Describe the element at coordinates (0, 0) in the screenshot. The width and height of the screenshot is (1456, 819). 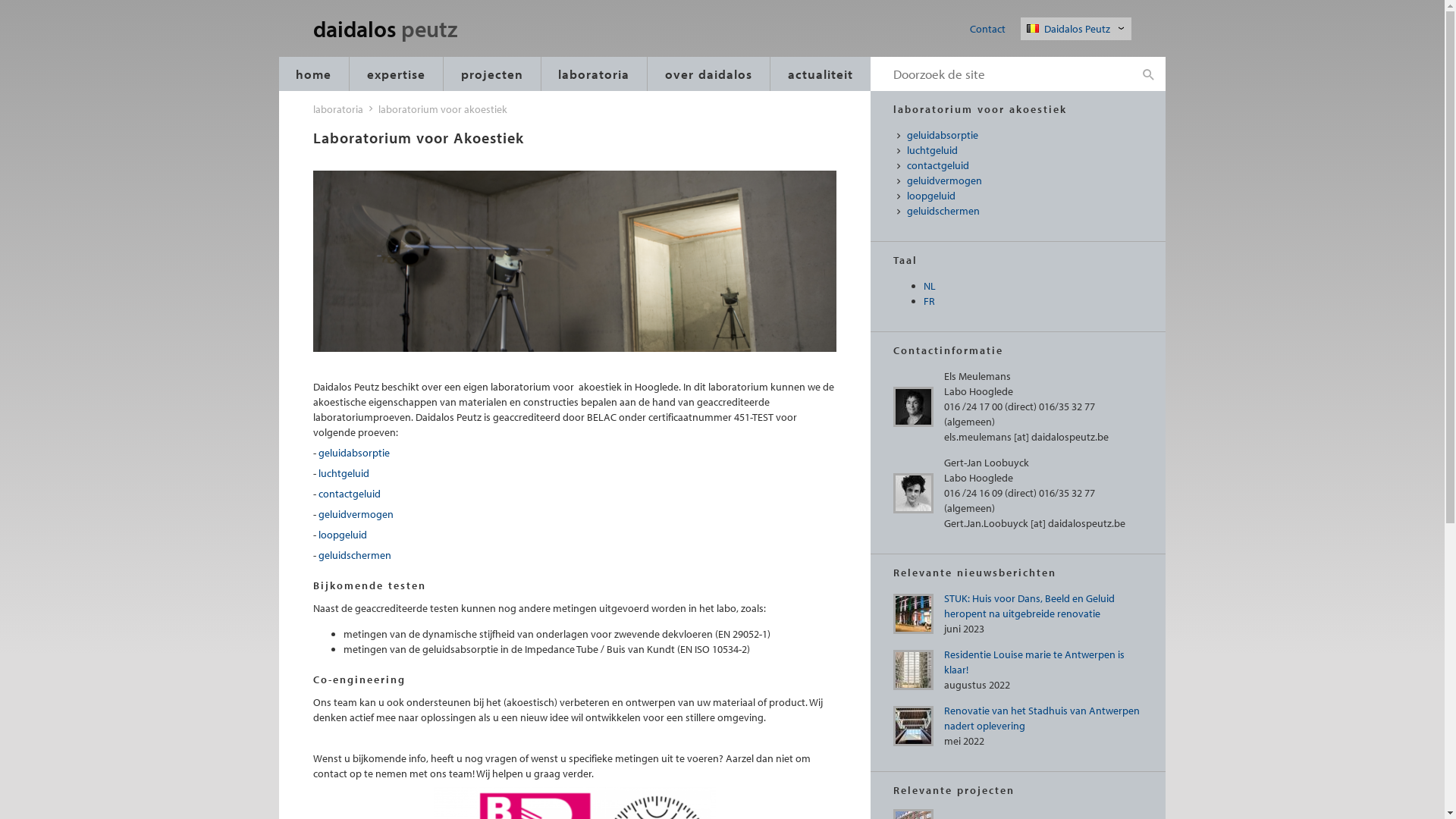
I see `'Overslaan en naar de inhoud gaan'` at that location.